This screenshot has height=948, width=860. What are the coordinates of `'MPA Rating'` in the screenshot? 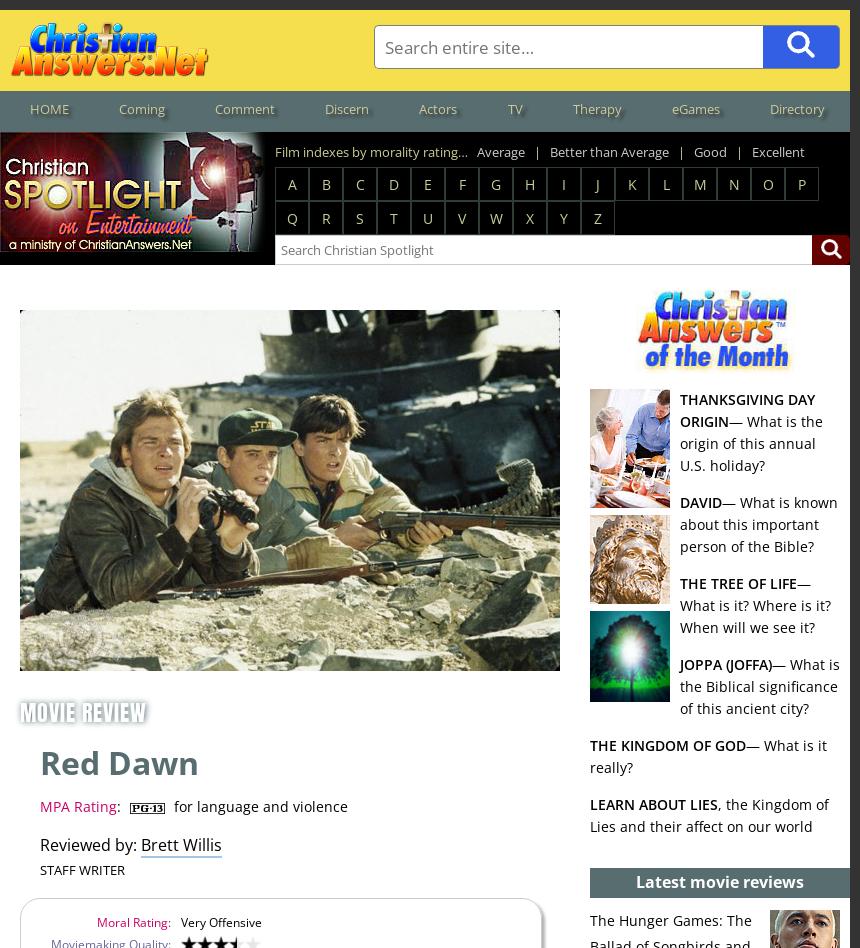 It's located at (77, 806).